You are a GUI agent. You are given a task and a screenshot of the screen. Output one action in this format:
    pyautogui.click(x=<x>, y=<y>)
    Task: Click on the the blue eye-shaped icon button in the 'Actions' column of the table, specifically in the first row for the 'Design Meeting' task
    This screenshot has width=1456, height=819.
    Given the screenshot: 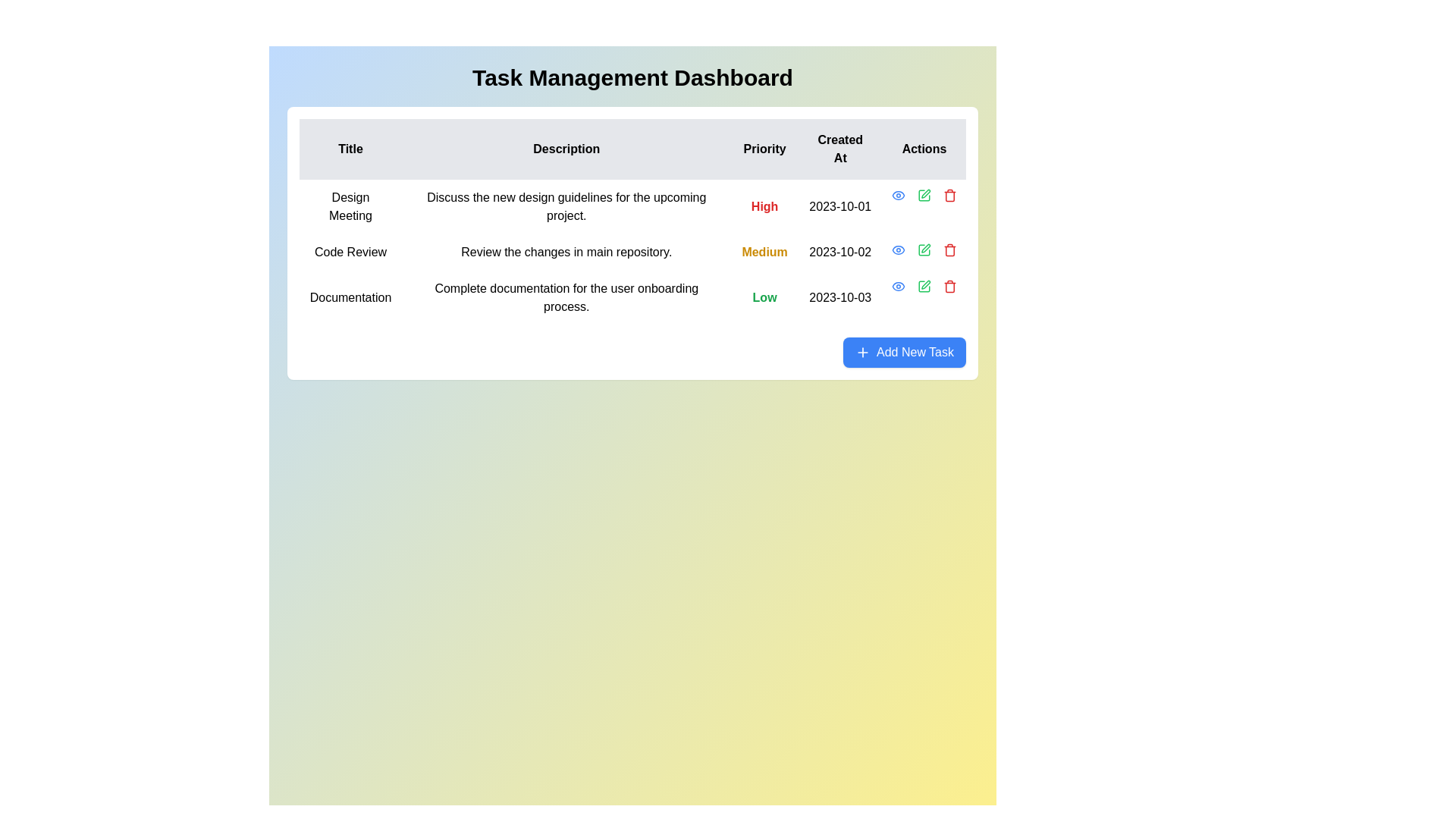 What is the action you would take?
    pyautogui.click(x=899, y=287)
    